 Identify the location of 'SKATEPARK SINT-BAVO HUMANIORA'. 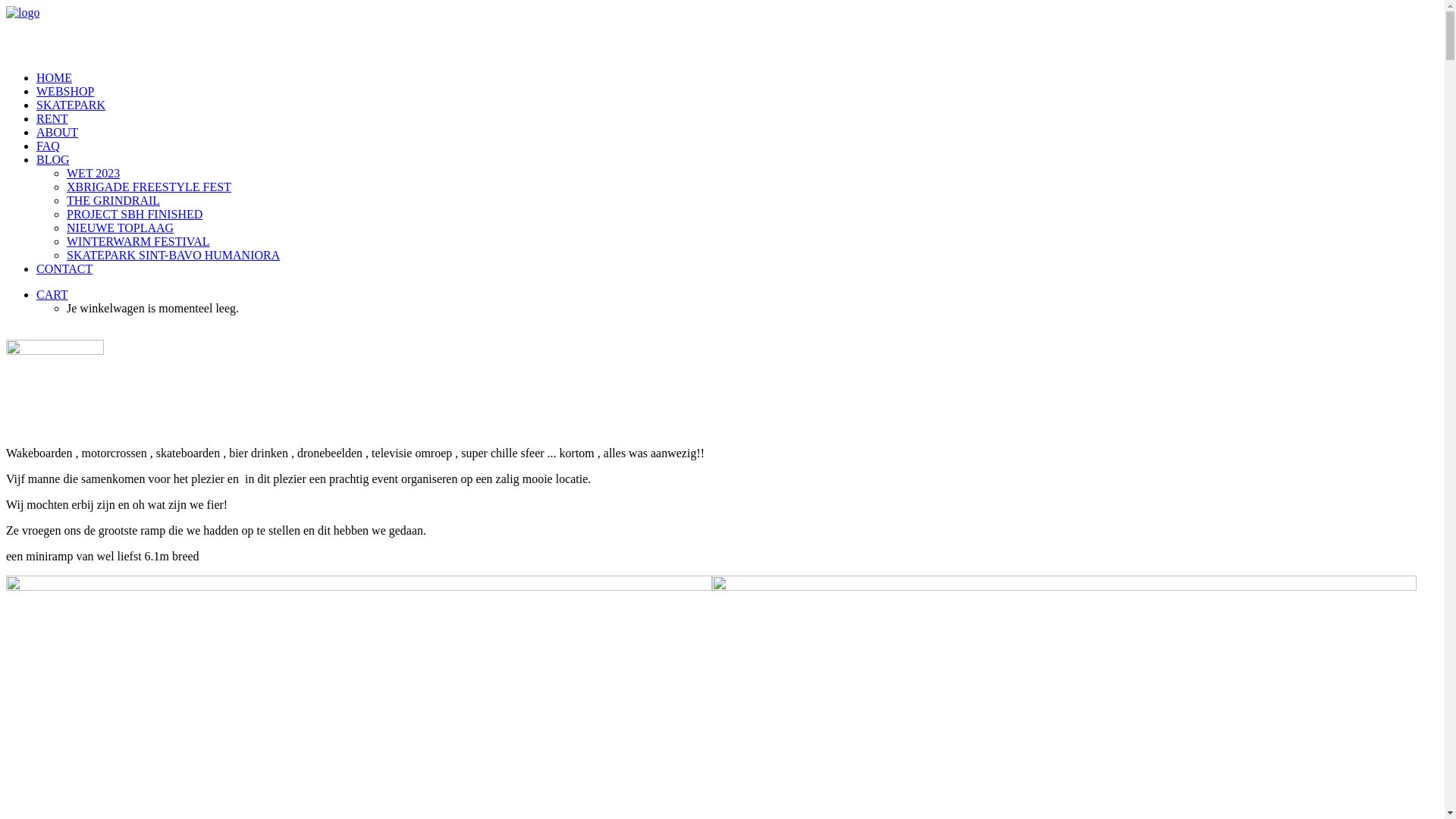
(752, 254).